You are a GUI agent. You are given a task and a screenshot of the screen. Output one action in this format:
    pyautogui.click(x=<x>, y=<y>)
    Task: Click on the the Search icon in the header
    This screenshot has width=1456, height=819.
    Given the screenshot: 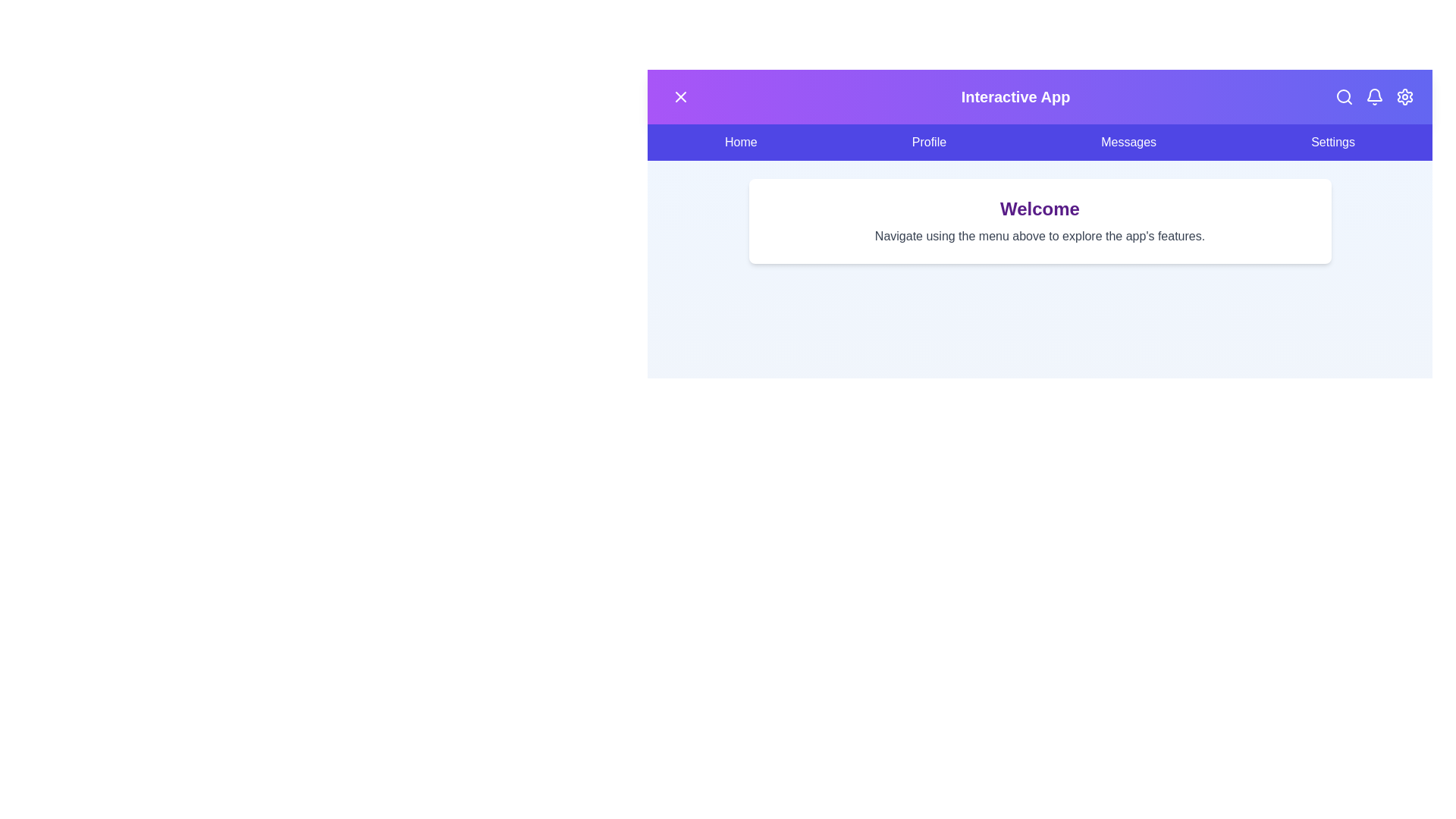 What is the action you would take?
    pyautogui.click(x=1344, y=96)
    